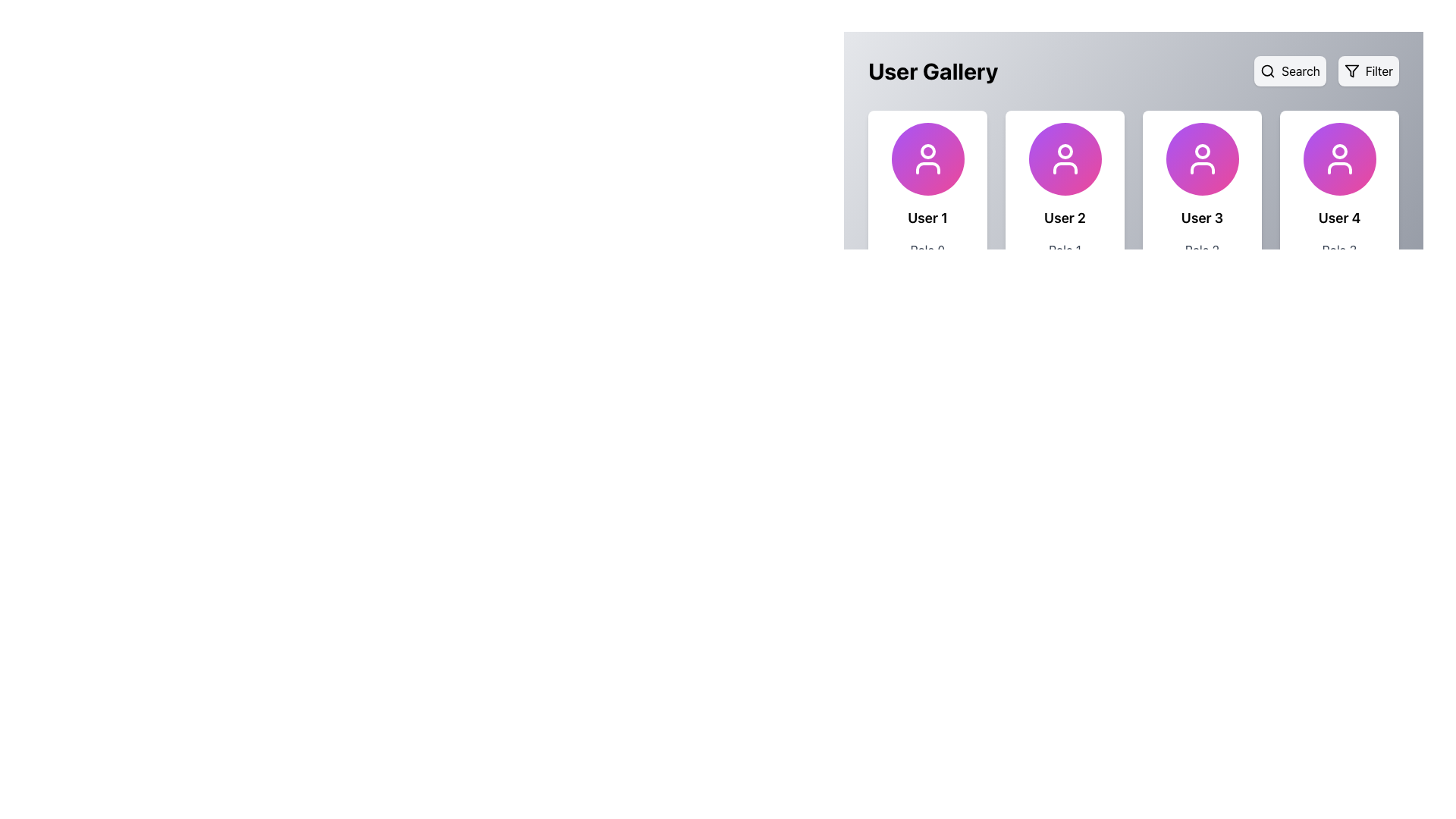 Image resolution: width=1456 pixels, height=819 pixels. I want to click on the text label displaying 'Role 0' located beneath the 'User 1' label in the user profile card, so click(927, 249).